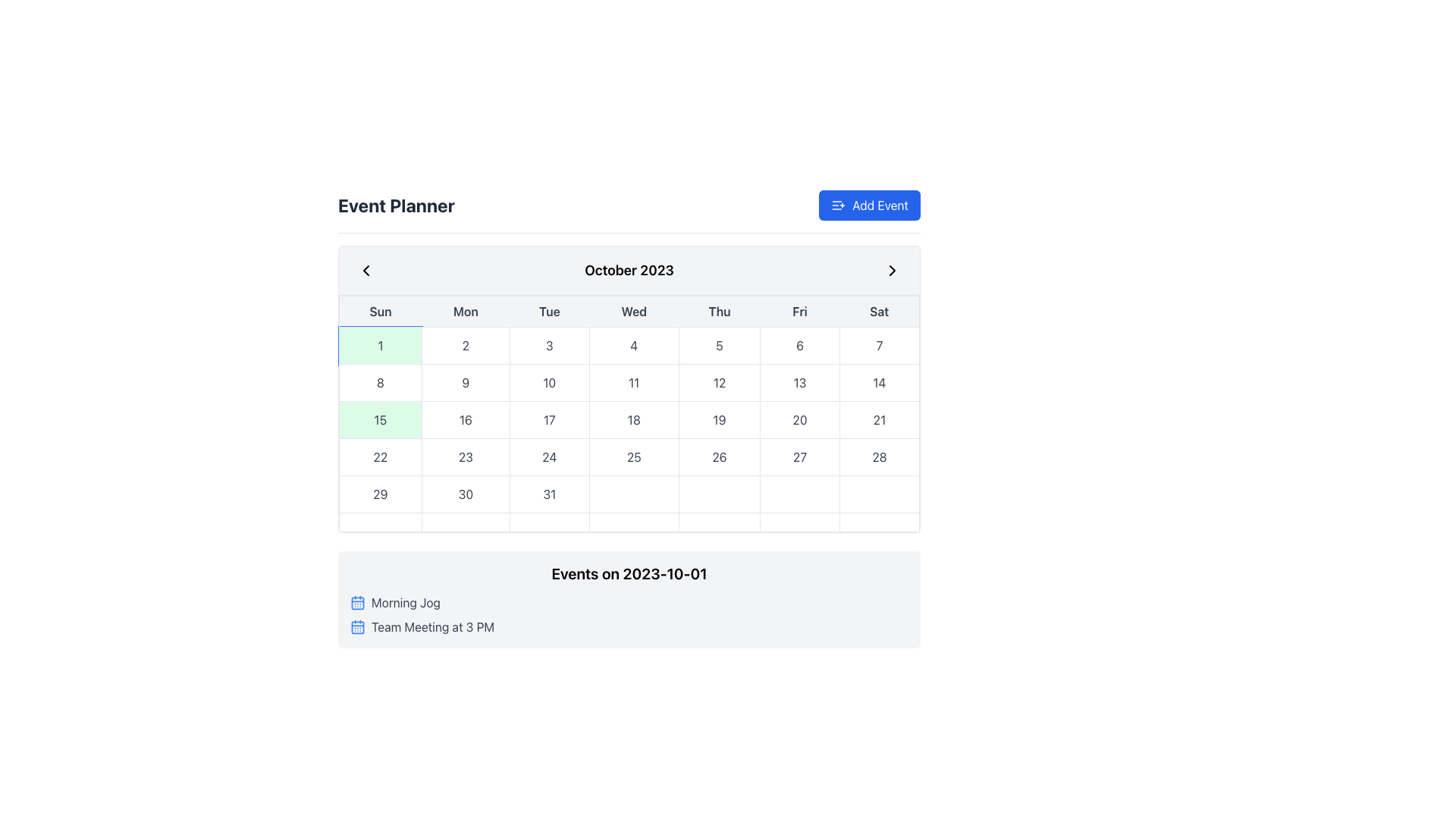 The width and height of the screenshot is (1456, 819). I want to click on the Text Cell containing the date '4' in the Calendar Grid Layout for October 2023, located under the 'Wed' column, so click(629, 345).